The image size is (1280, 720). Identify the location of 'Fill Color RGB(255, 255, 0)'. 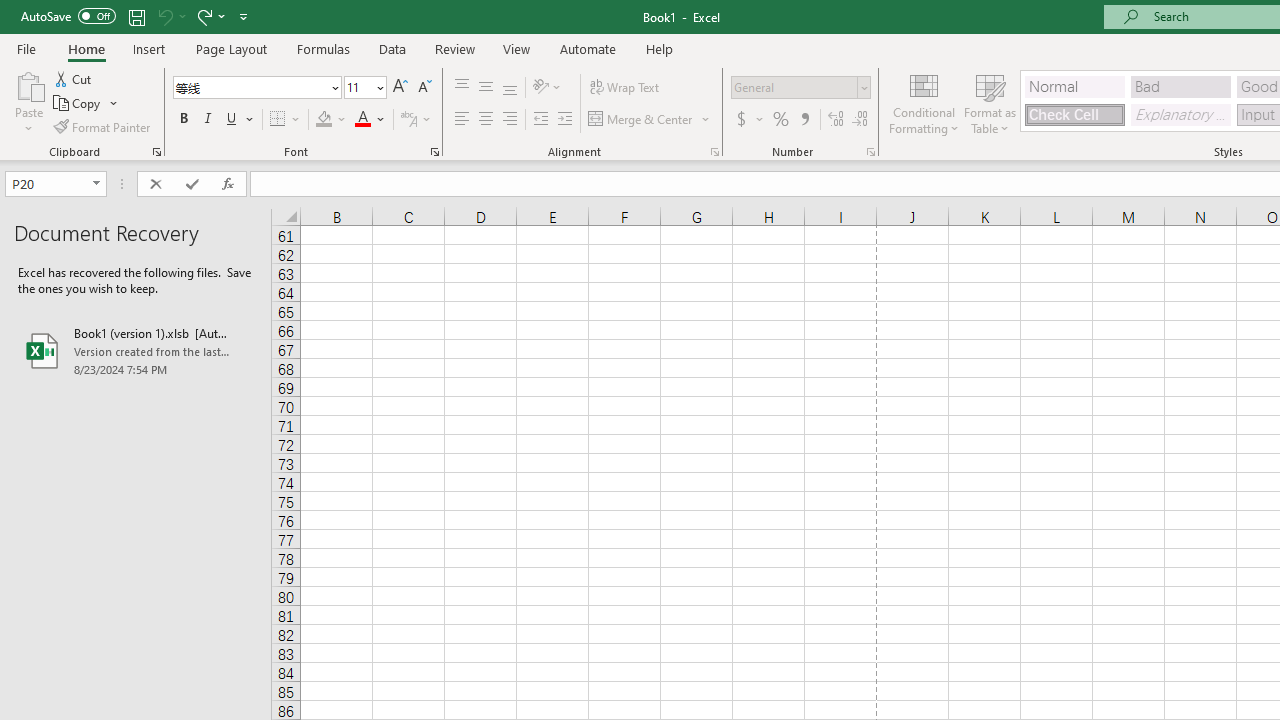
(324, 119).